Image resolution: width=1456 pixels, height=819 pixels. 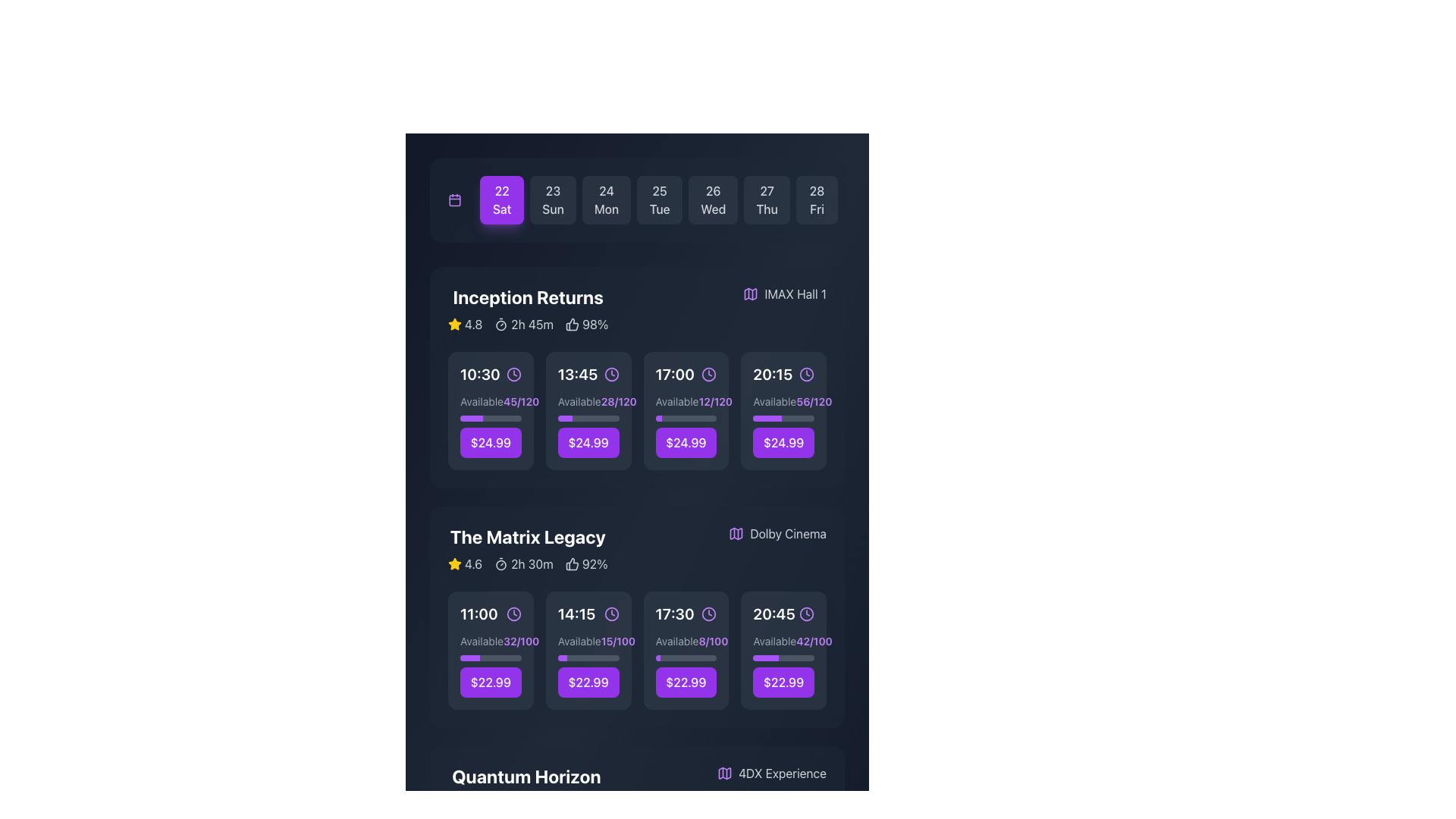 What do you see at coordinates (685, 681) in the screenshot?
I see `the button` at bounding box center [685, 681].